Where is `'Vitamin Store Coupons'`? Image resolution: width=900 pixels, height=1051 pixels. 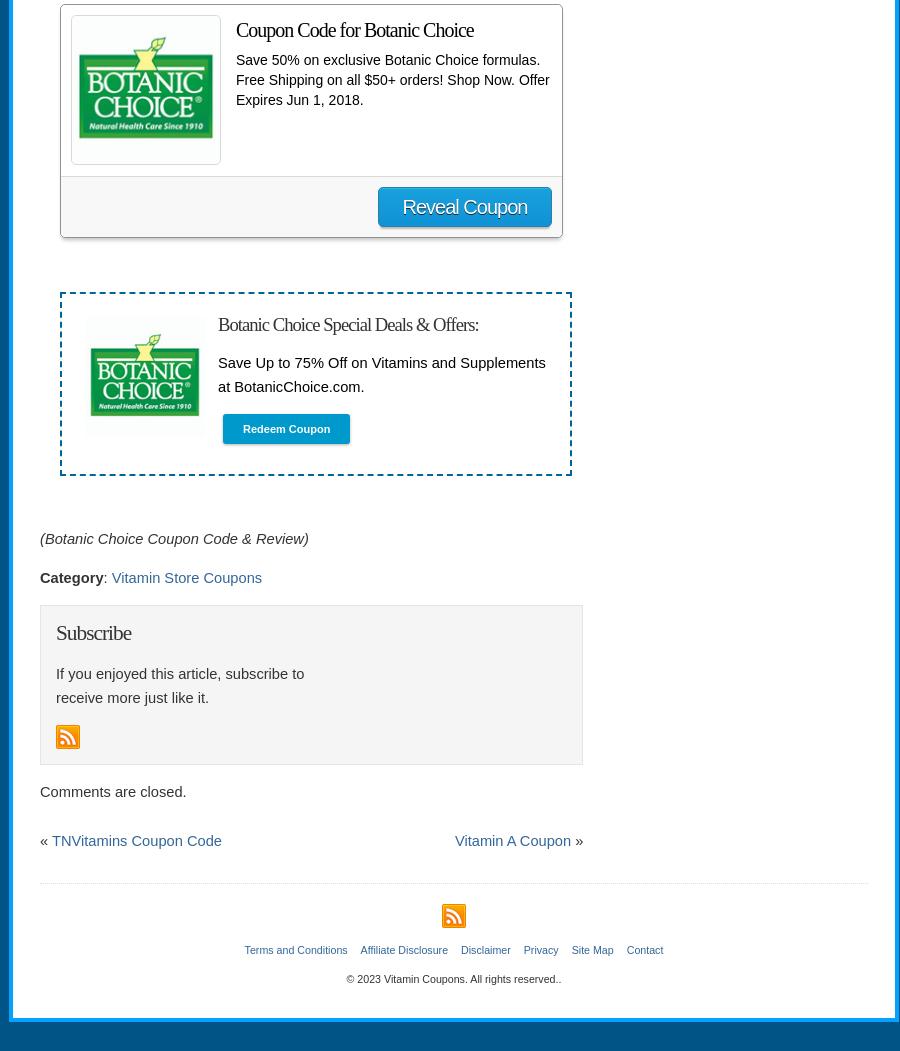 'Vitamin Store Coupons' is located at coordinates (186, 576).